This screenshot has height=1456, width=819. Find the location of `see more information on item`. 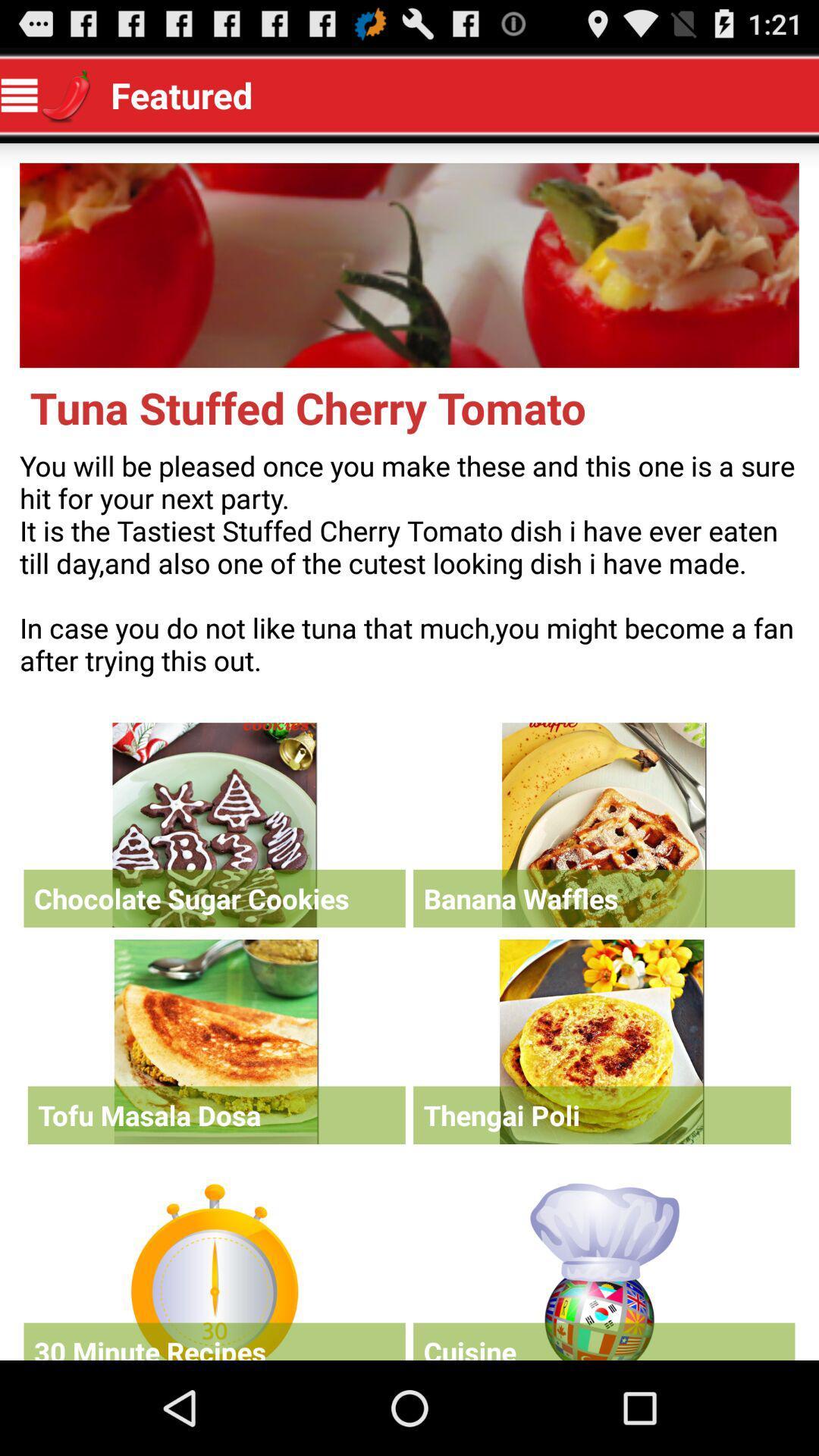

see more information on item is located at coordinates (215, 824).